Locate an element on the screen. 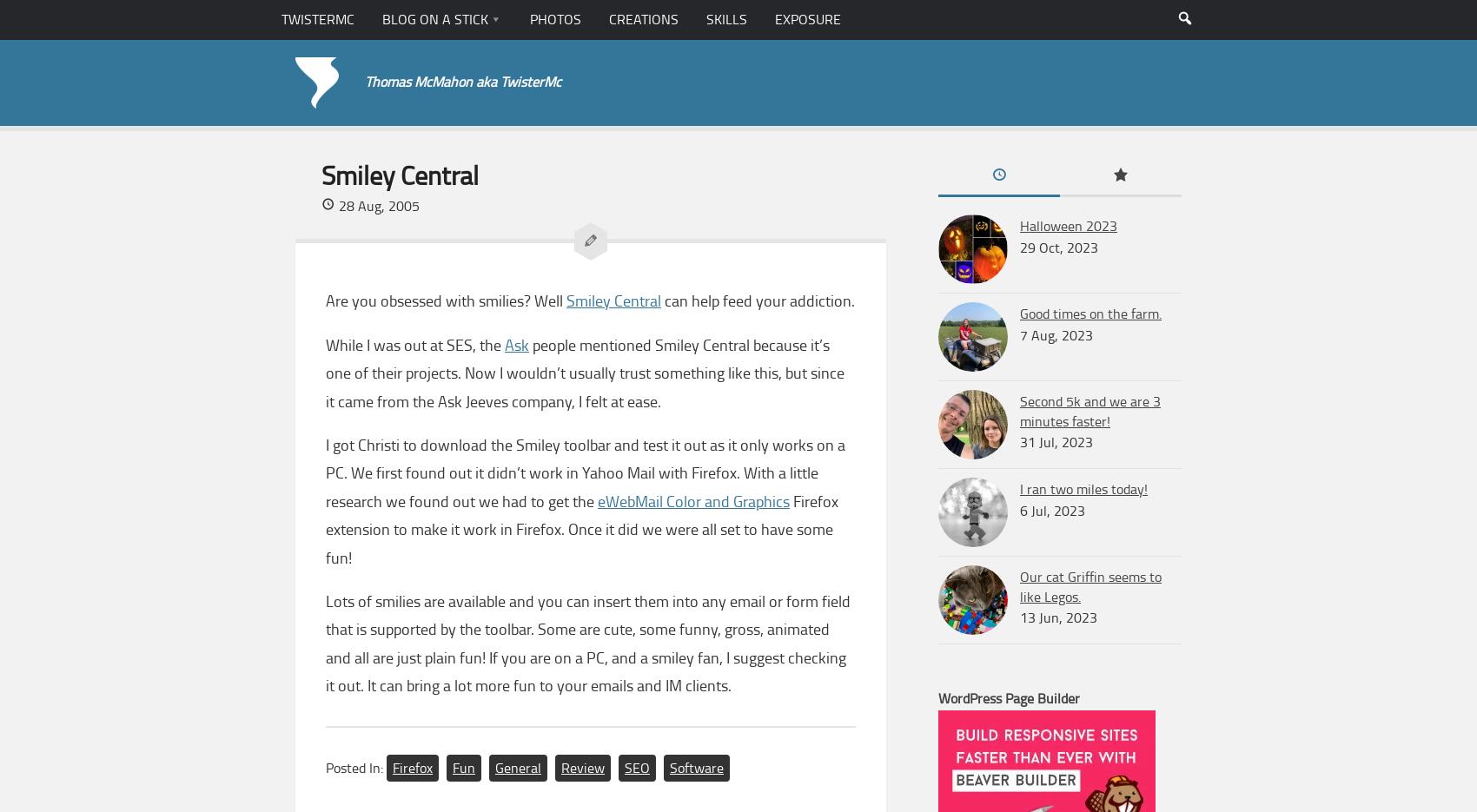  'Firefox' is located at coordinates (412, 766).